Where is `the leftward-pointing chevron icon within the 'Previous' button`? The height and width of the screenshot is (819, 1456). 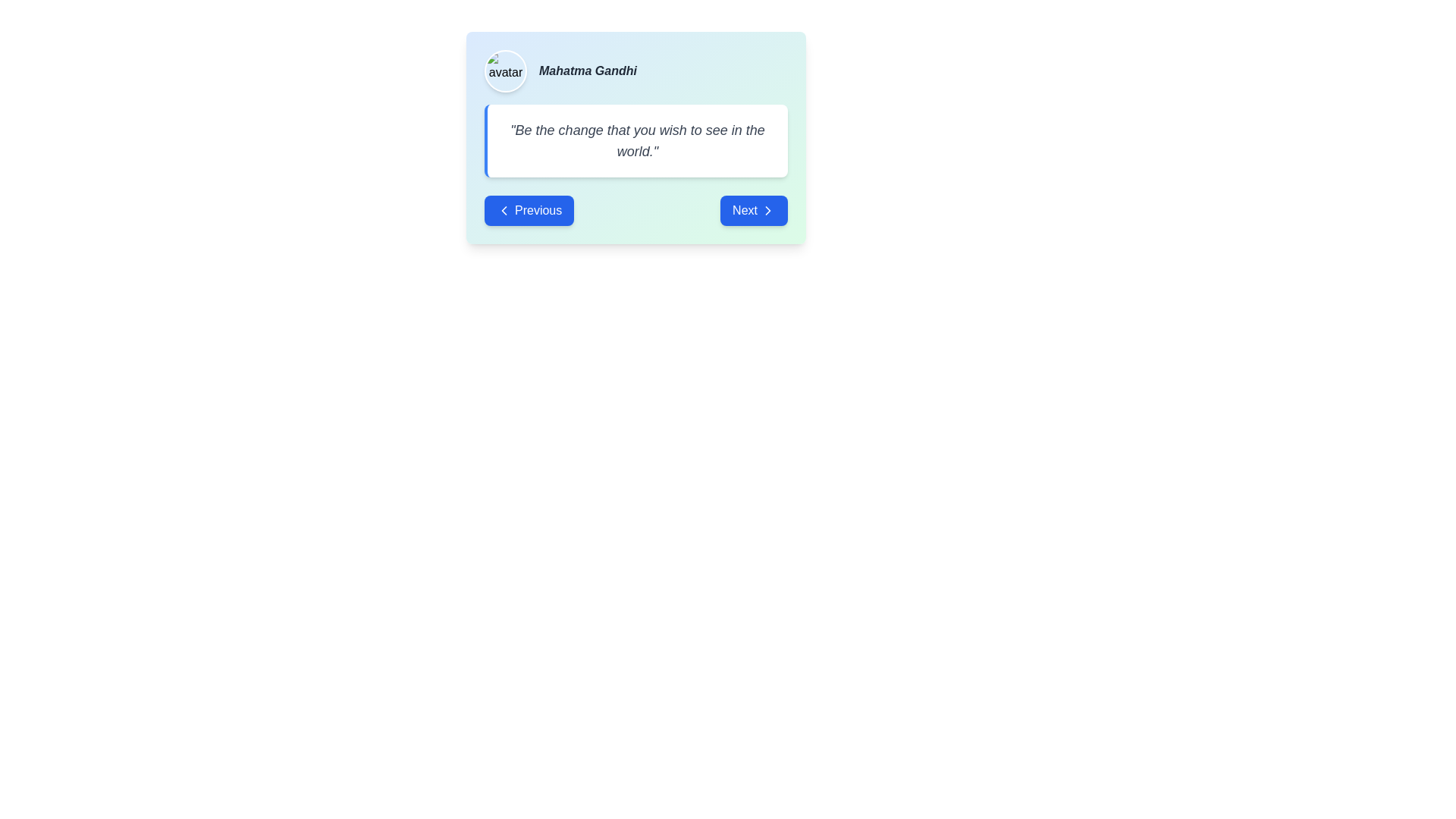 the leftward-pointing chevron icon within the 'Previous' button is located at coordinates (504, 210).